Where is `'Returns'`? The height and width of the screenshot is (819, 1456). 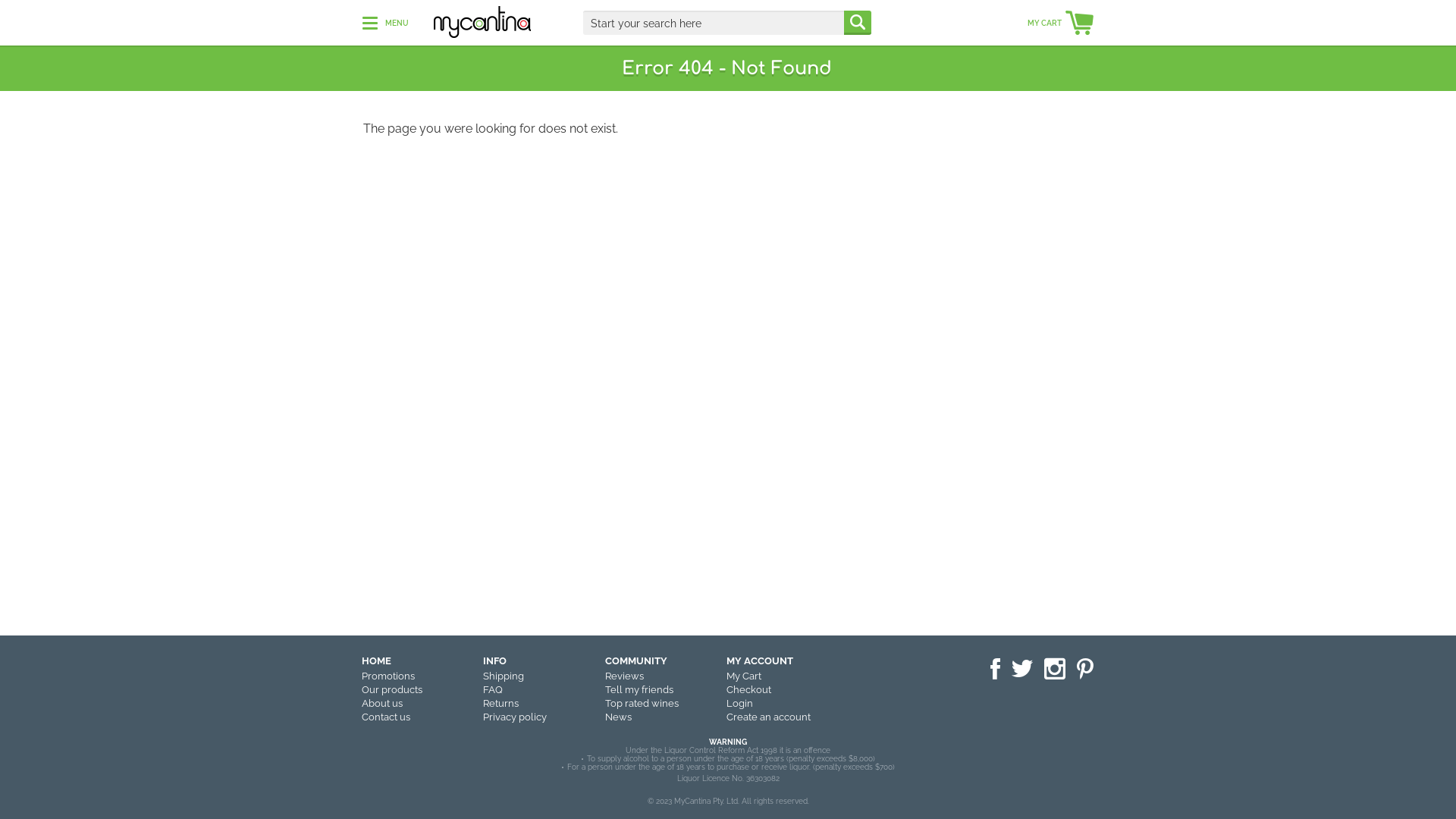 'Returns' is located at coordinates (500, 703).